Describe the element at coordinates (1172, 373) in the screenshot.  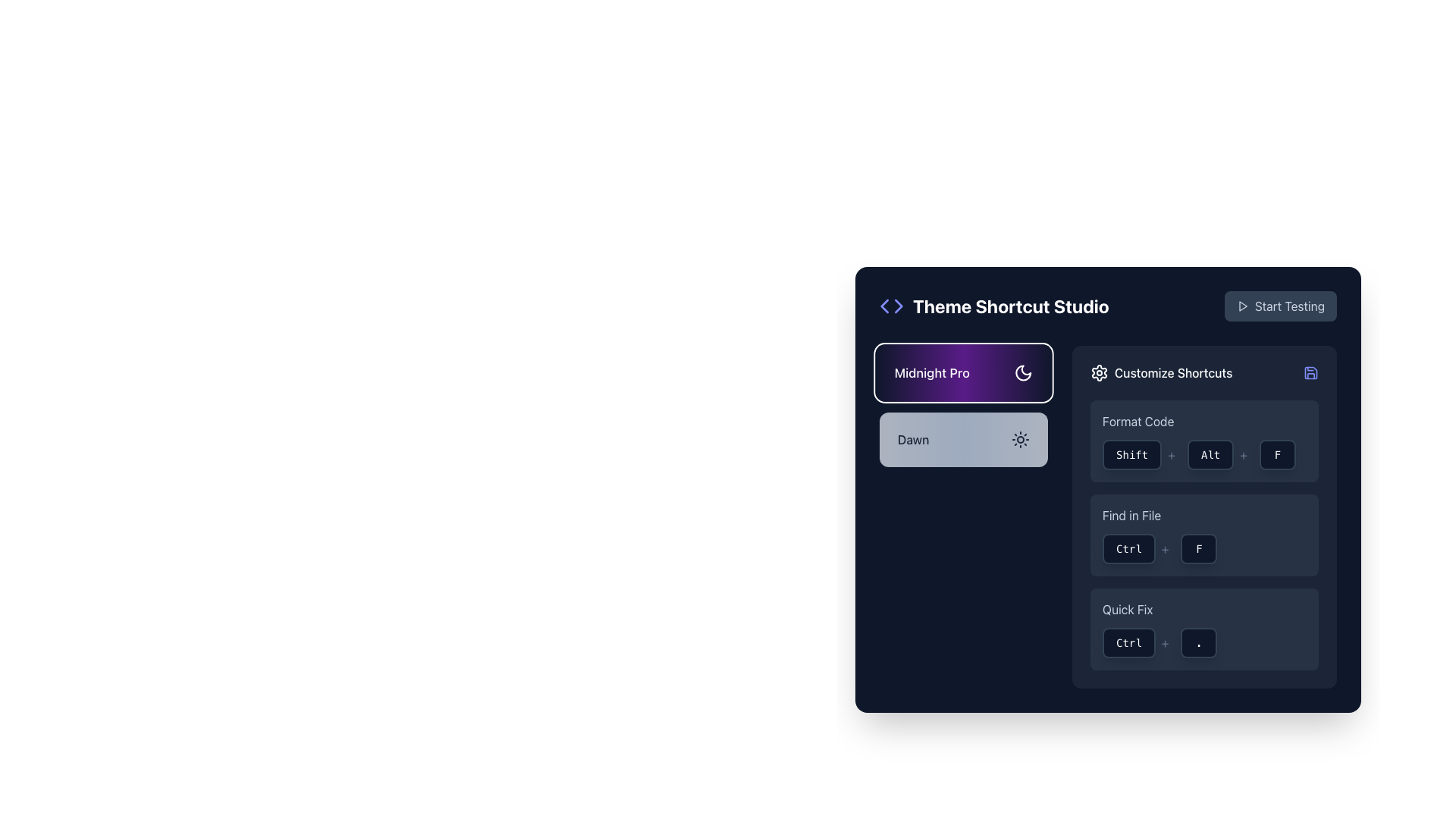
I see `the text label or link located beside the cogwheel icon in the top right section of the interface` at that location.